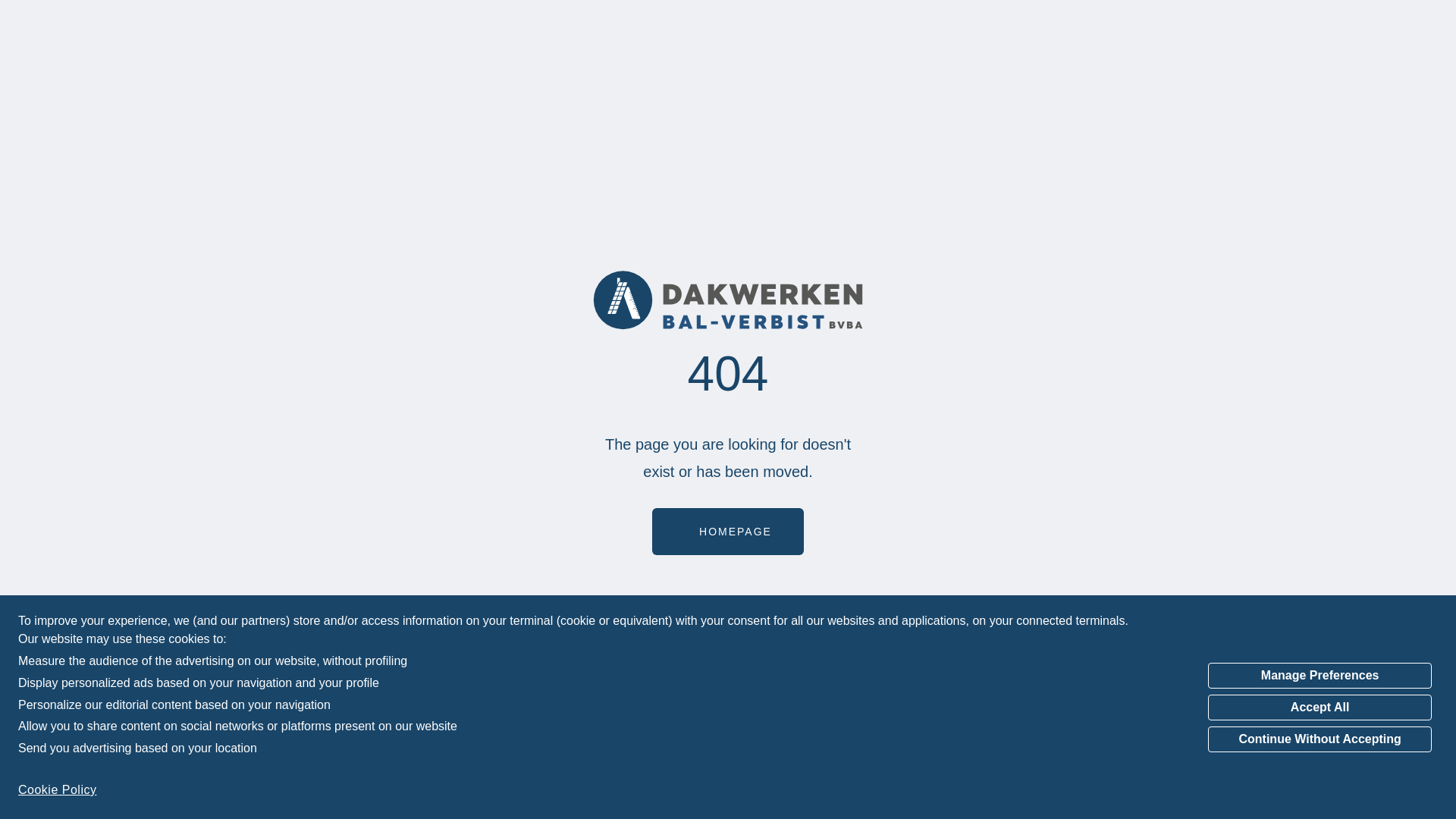 This screenshot has height=819, width=1456. Describe the element at coordinates (1319, 675) in the screenshot. I see `'Manage Preferences'` at that location.